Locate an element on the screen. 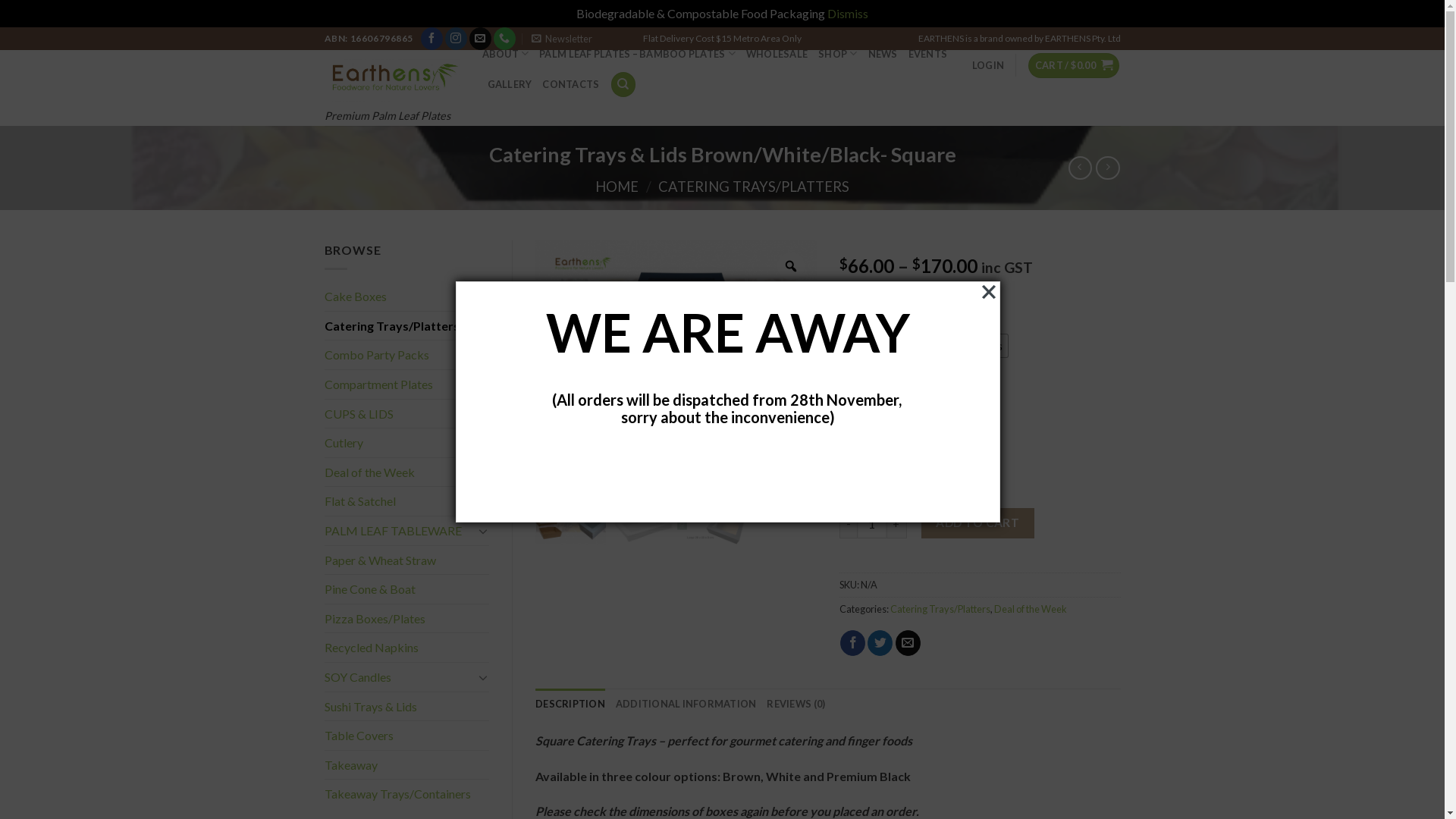 The height and width of the screenshot is (819, 1456). 'Dismiss' is located at coordinates (847, 13).